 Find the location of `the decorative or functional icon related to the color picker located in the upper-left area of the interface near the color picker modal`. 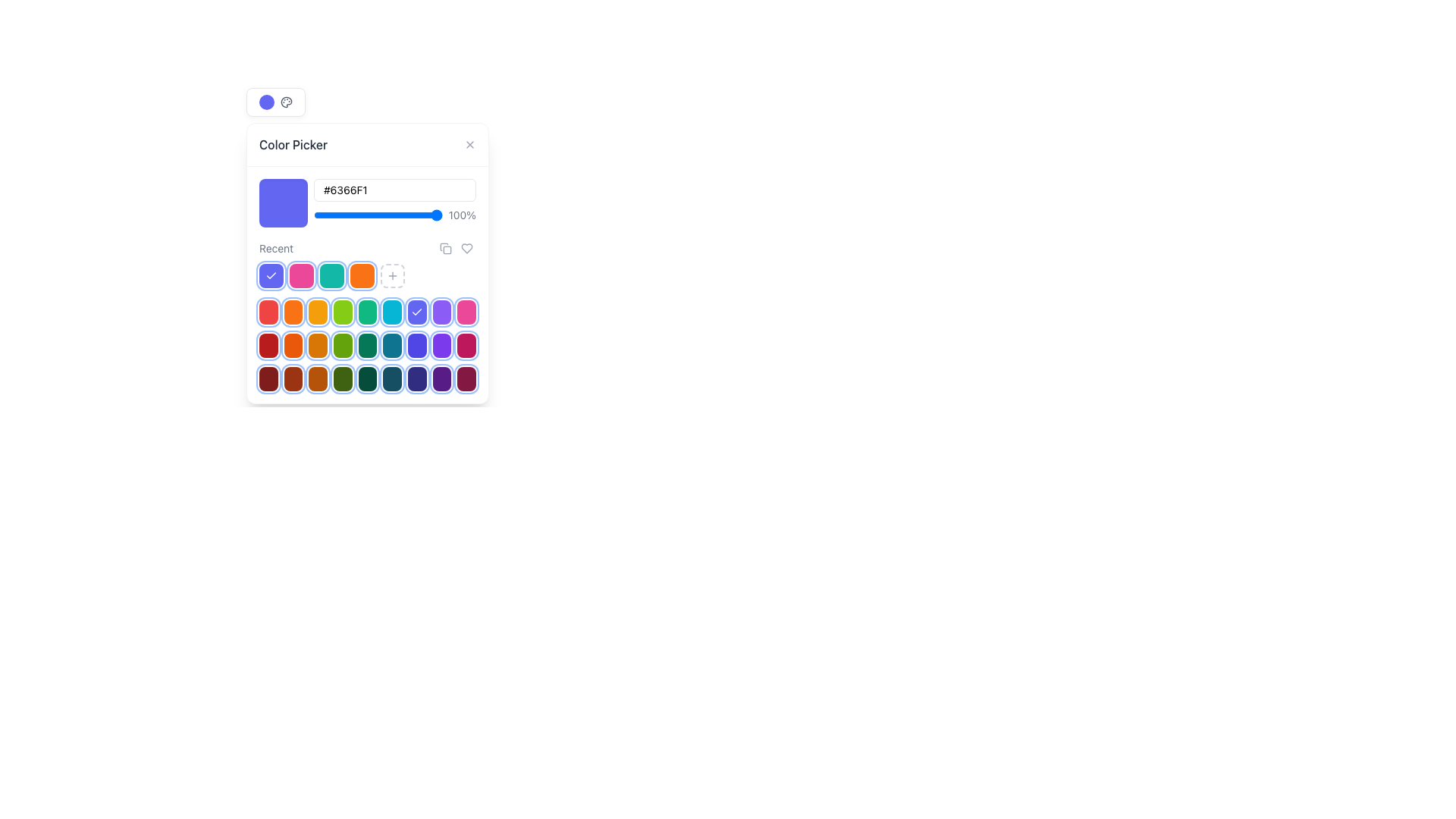

the decorative or functional icon related to the color picker located in the upper-left area of the interface near the color picker modal is located at coordinates (286, 102).